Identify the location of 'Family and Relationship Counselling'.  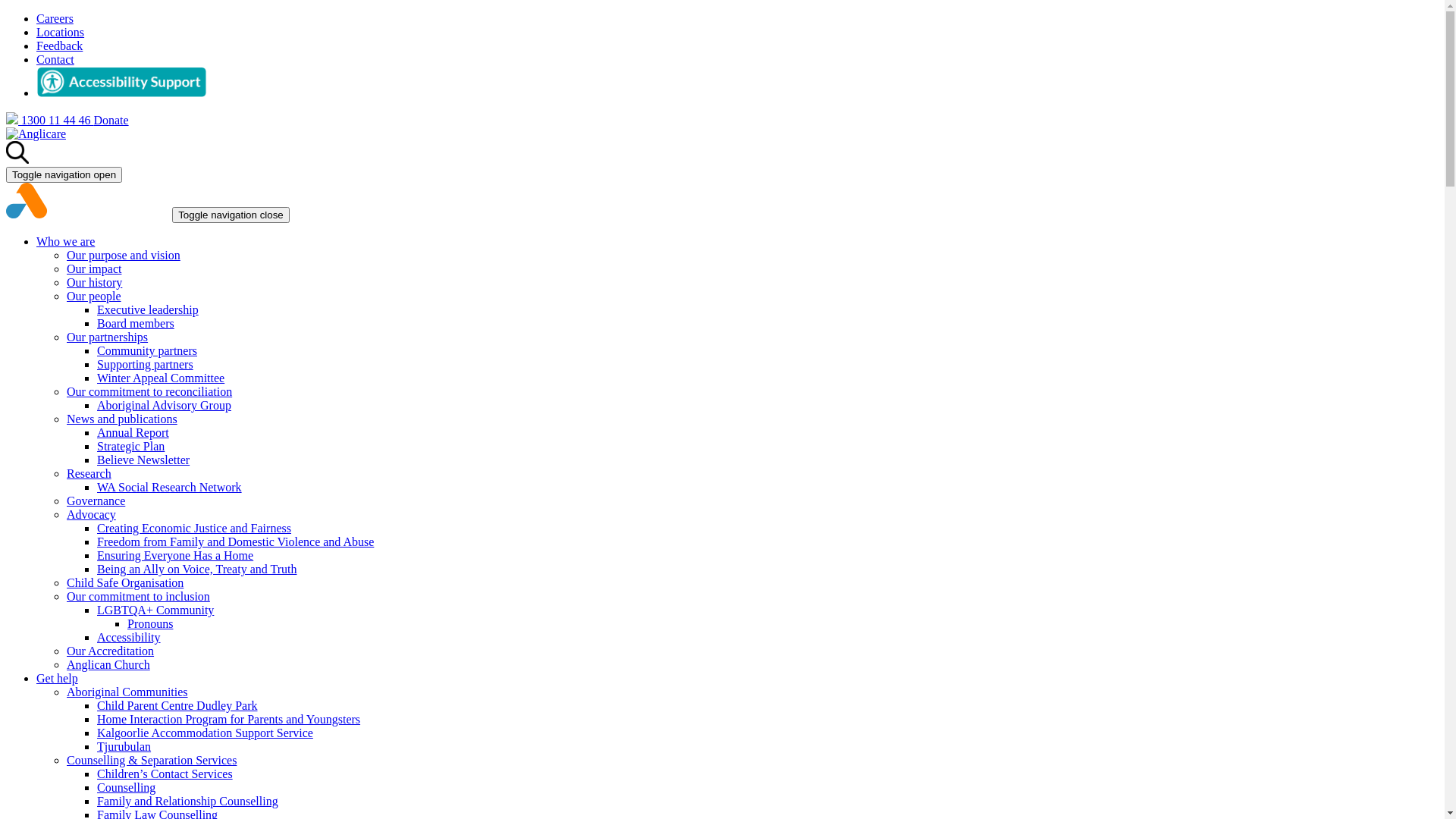
(187, 800).